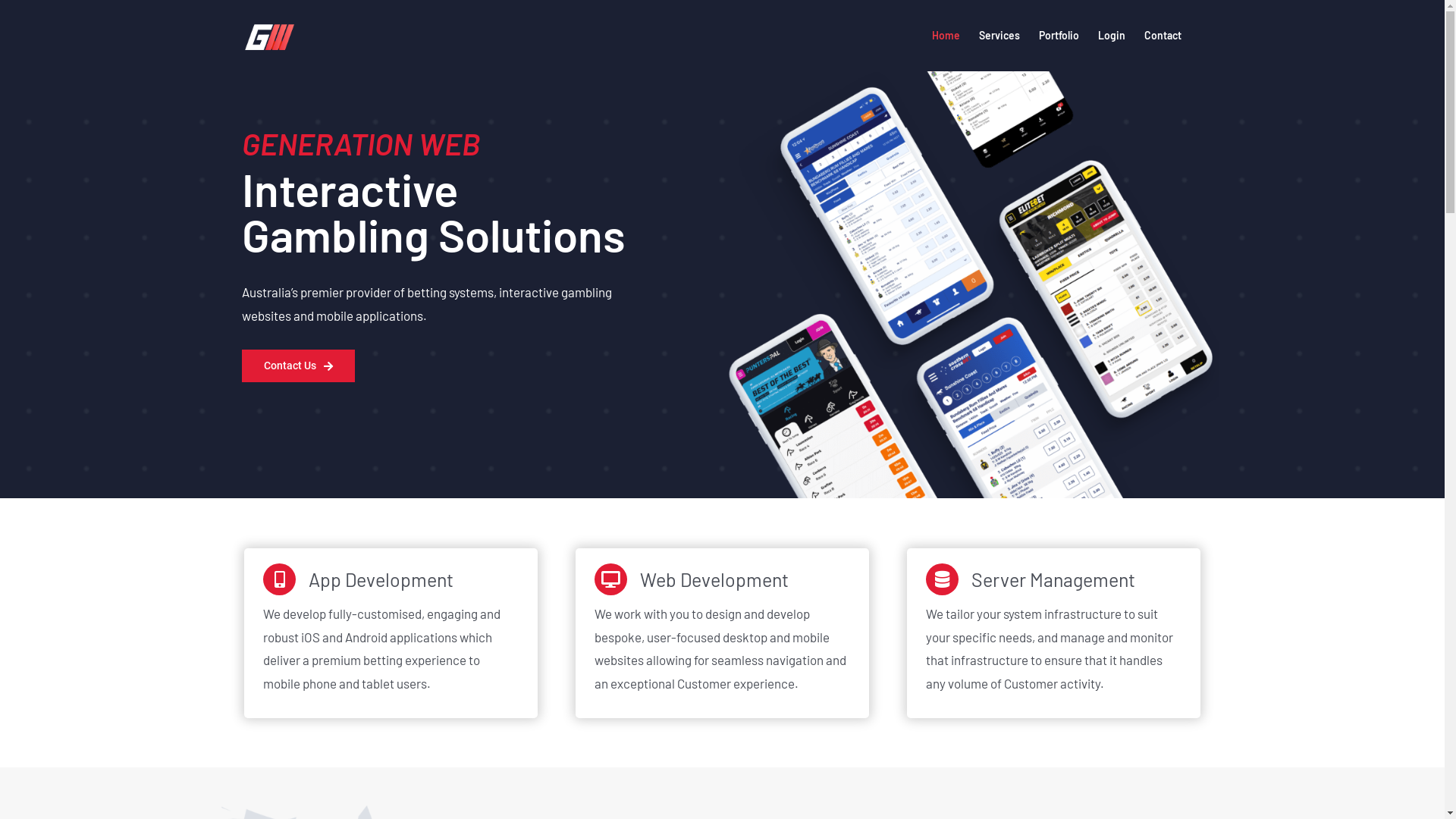  What do you see at coordinates (998, 34) in the screenshot?
I see `'Services'` at bounding box center [998, 34].